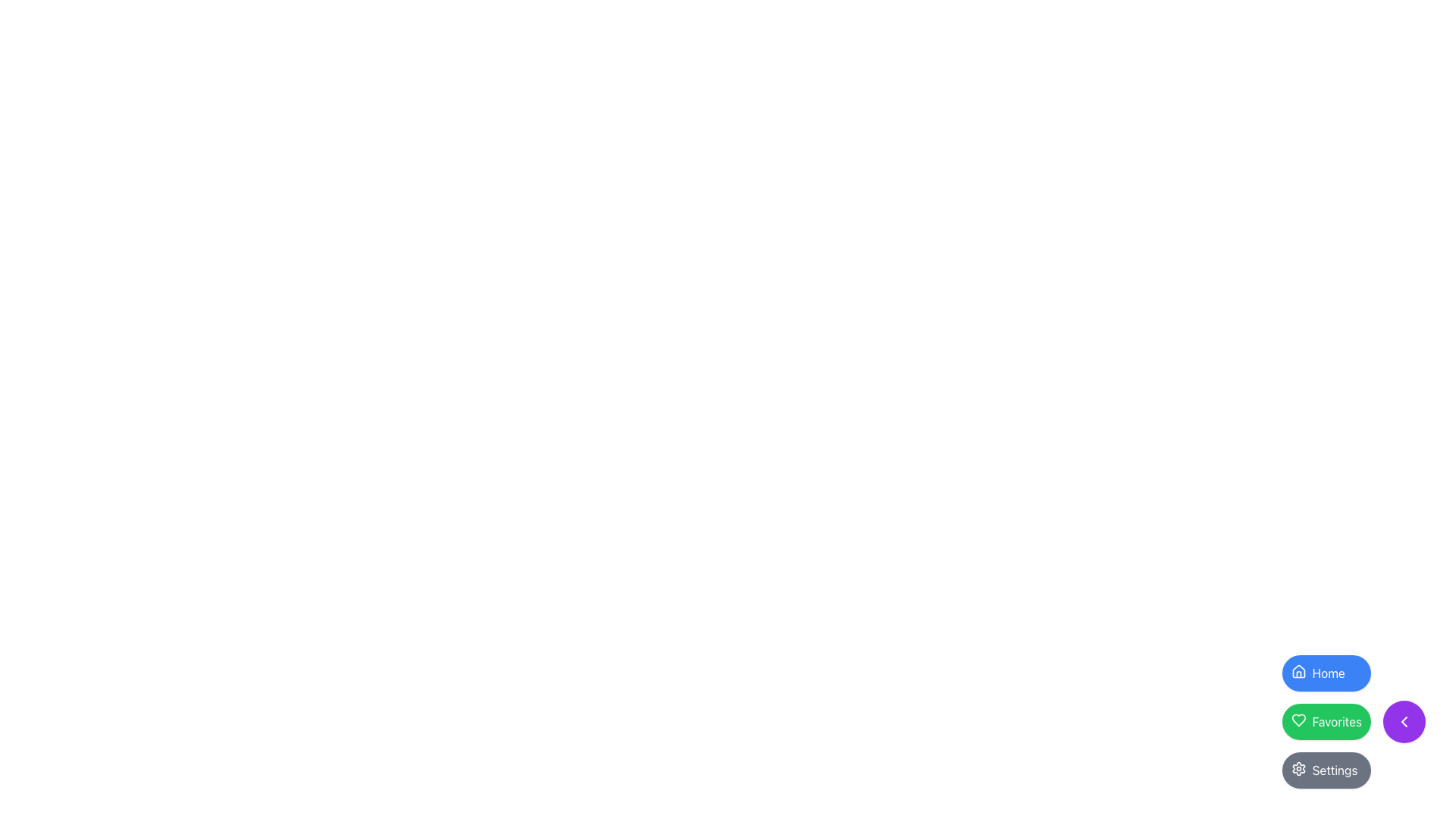  What do you see at coordinates (1335, 770) in the screenshot?
I see `the 'Settings' label styled in white font on a gray circular background` at bounding box center [1335, 770].